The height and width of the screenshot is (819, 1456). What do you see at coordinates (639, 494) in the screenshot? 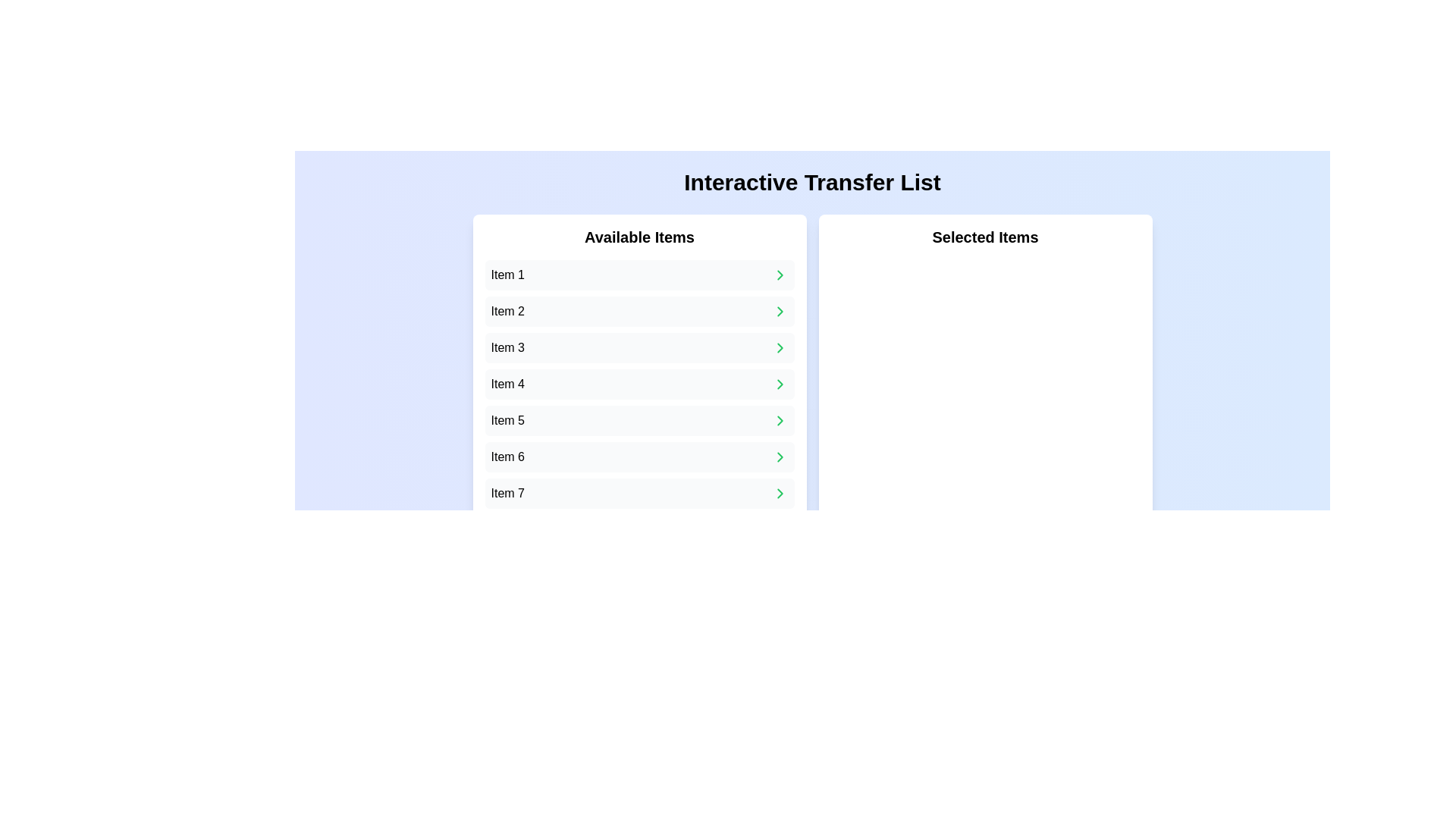
I see `the seventh item in the 'Available Items' list` at bounding box center [639, 494].